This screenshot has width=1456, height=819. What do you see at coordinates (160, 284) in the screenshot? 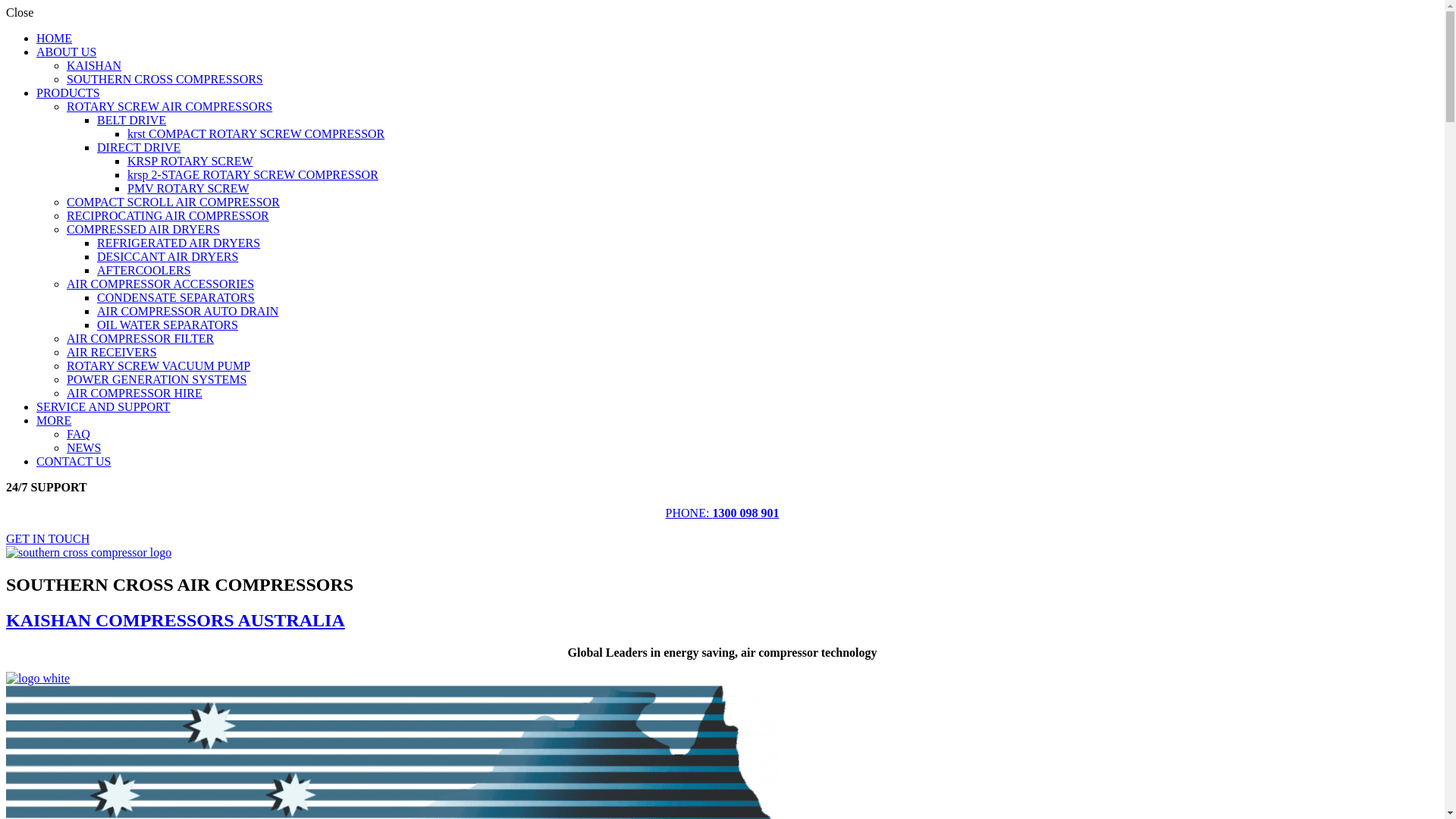
I see `'AIR COMPRESSOR ACCESSORIES'` at bounding box center [160, 284].